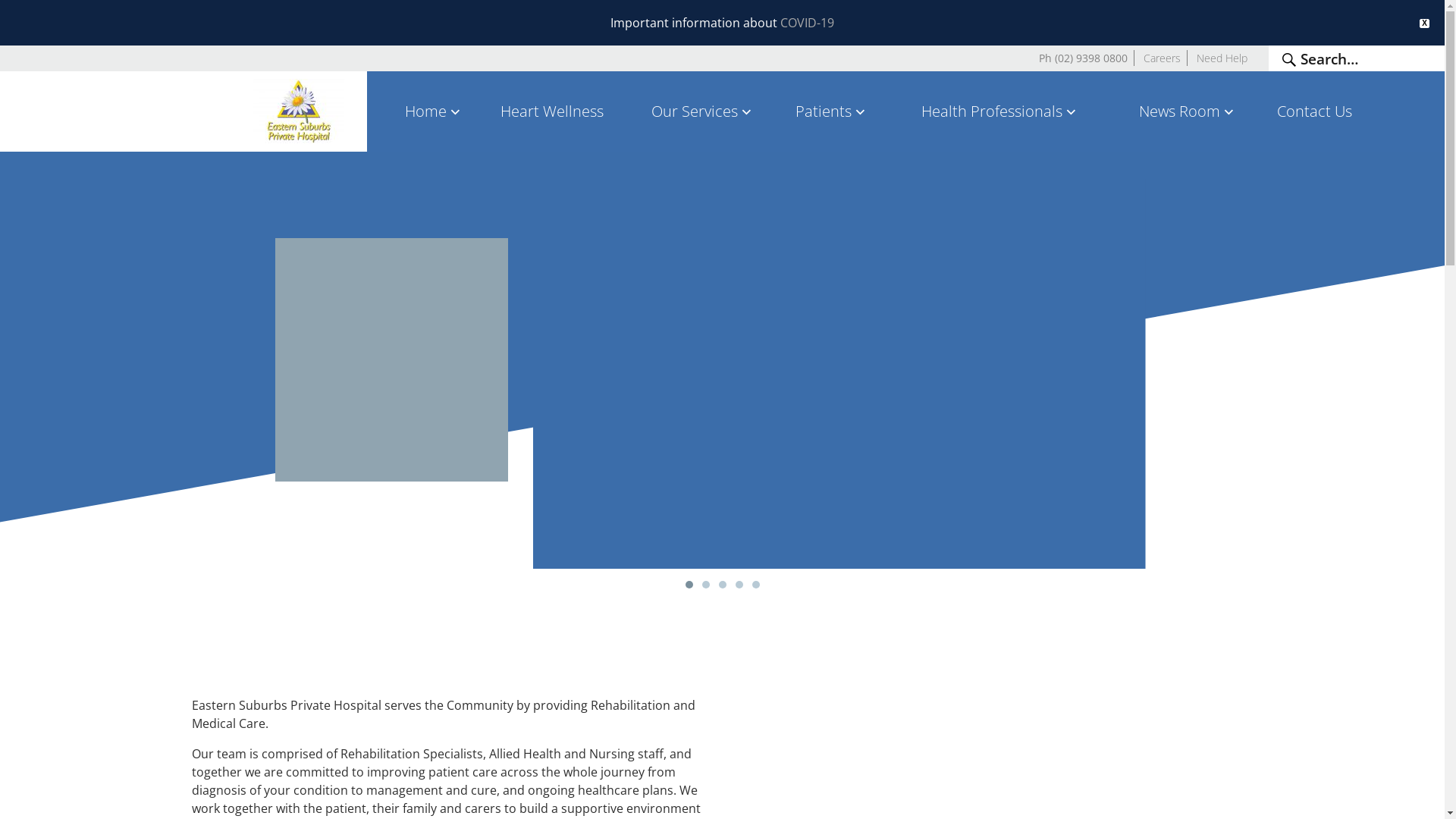 The image size is (1456, 819). What do you see at coordinates (806, 23) in the screenshot?
I see `'COVID-19'` at bounding box center [806, 23].